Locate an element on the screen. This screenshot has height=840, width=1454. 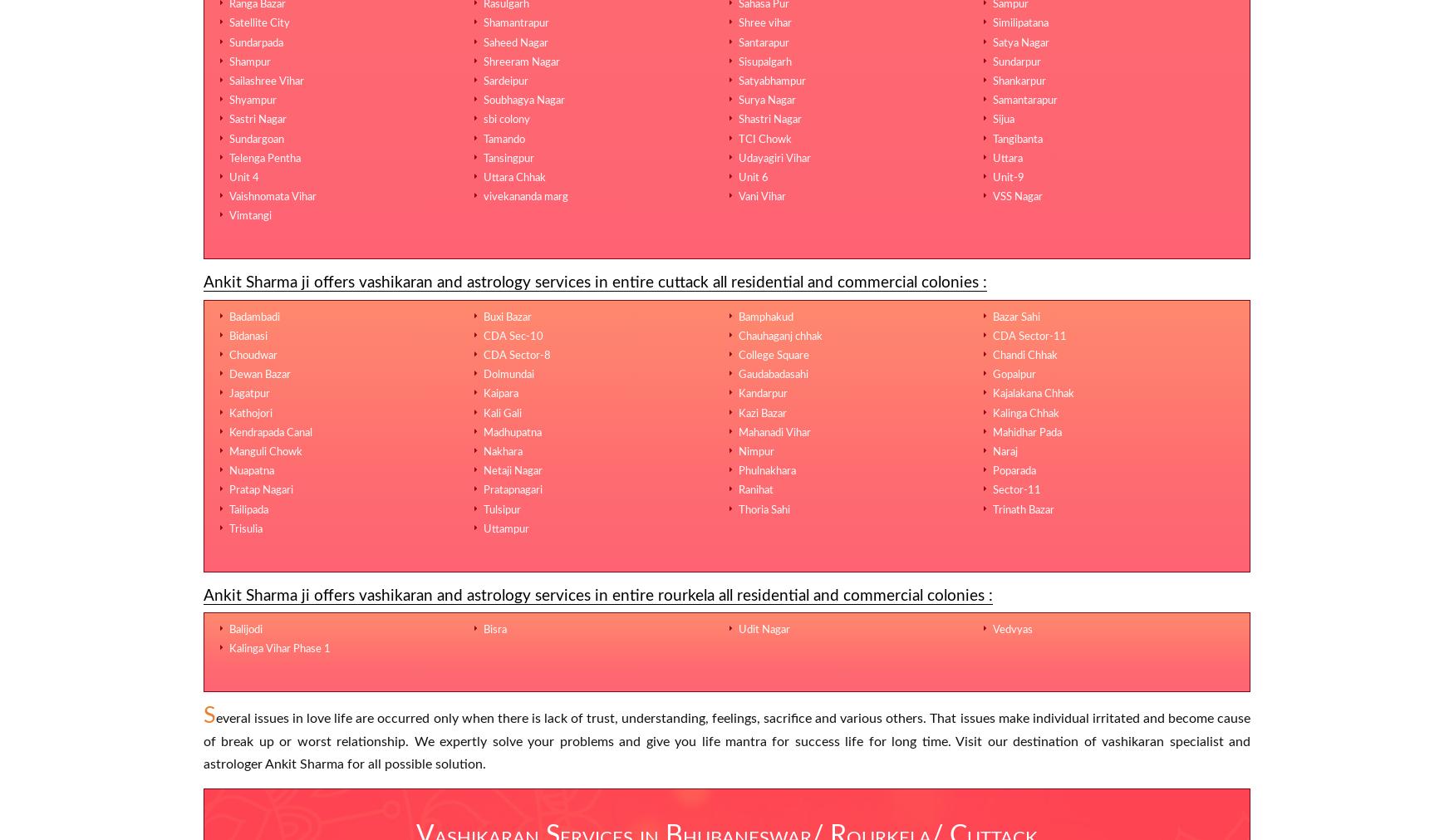
'Kazi Bazar' is located at coordinates (761, 412).